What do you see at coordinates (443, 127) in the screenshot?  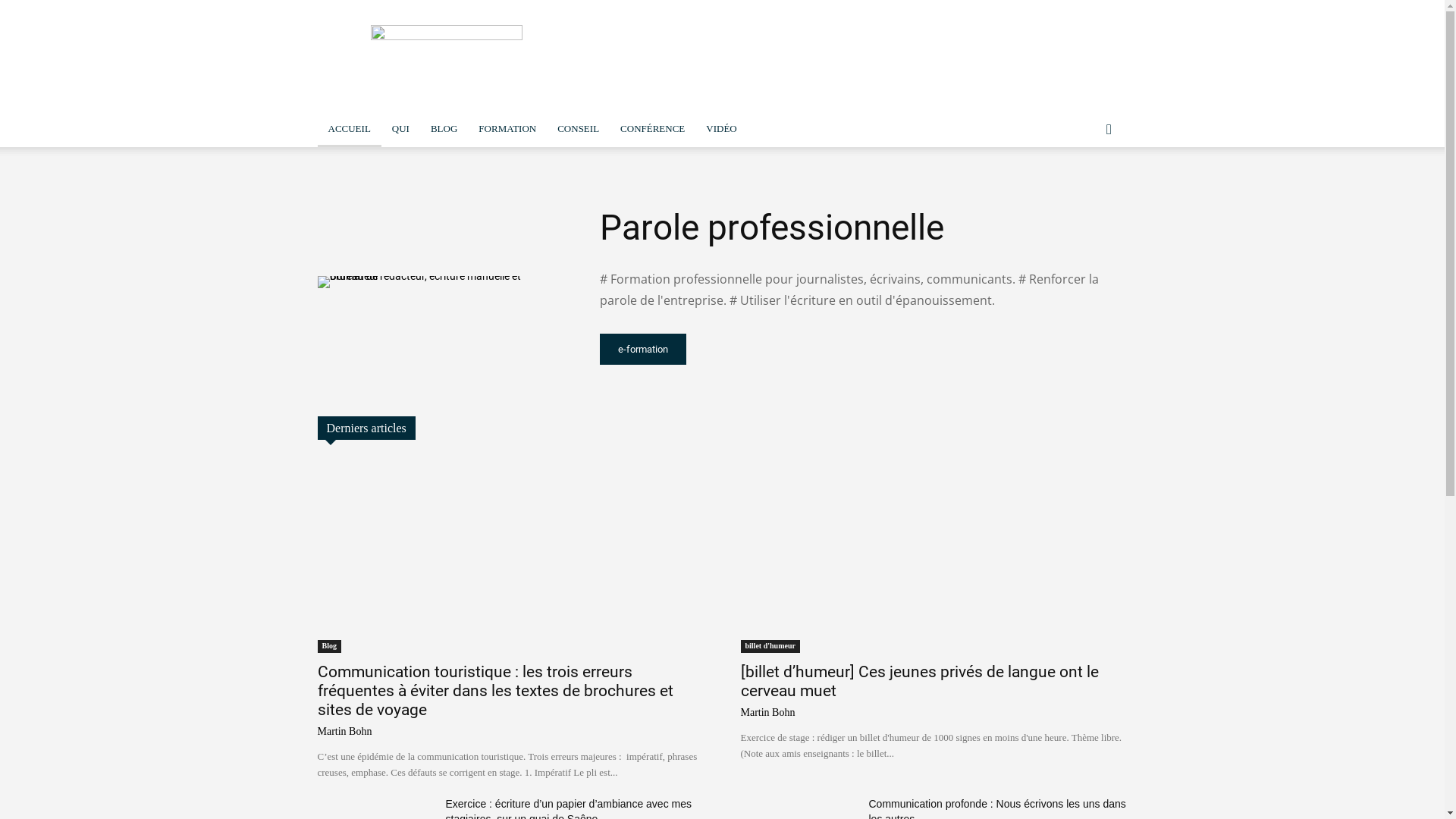 I see `'BLOG'` at bounding box center [443, 127].